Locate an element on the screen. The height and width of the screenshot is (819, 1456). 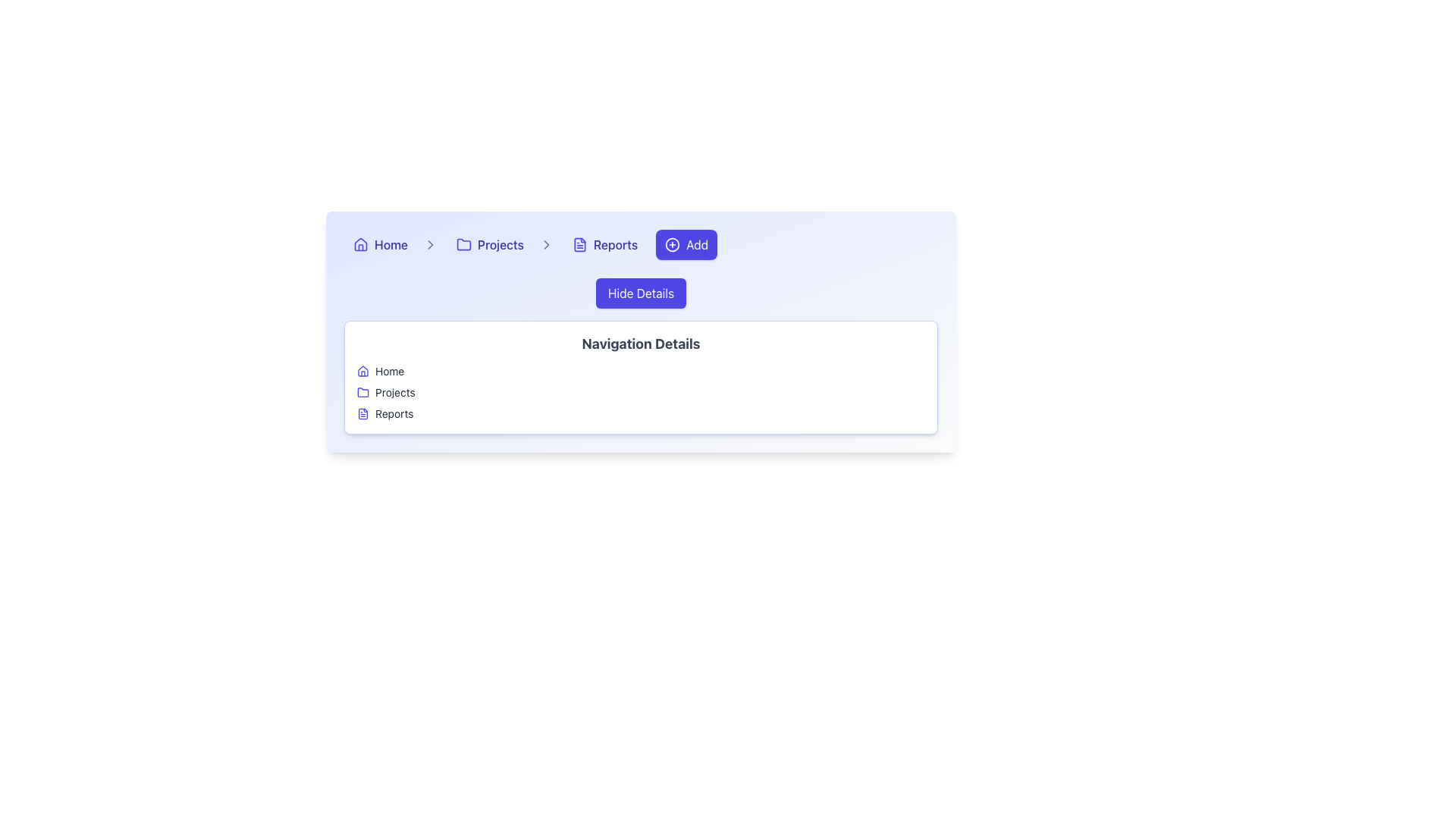
the separator icon in the breadcrumb navigation, which is positioned between the 'Home' link and 'Projects' text is located at coordinates (429, 244).